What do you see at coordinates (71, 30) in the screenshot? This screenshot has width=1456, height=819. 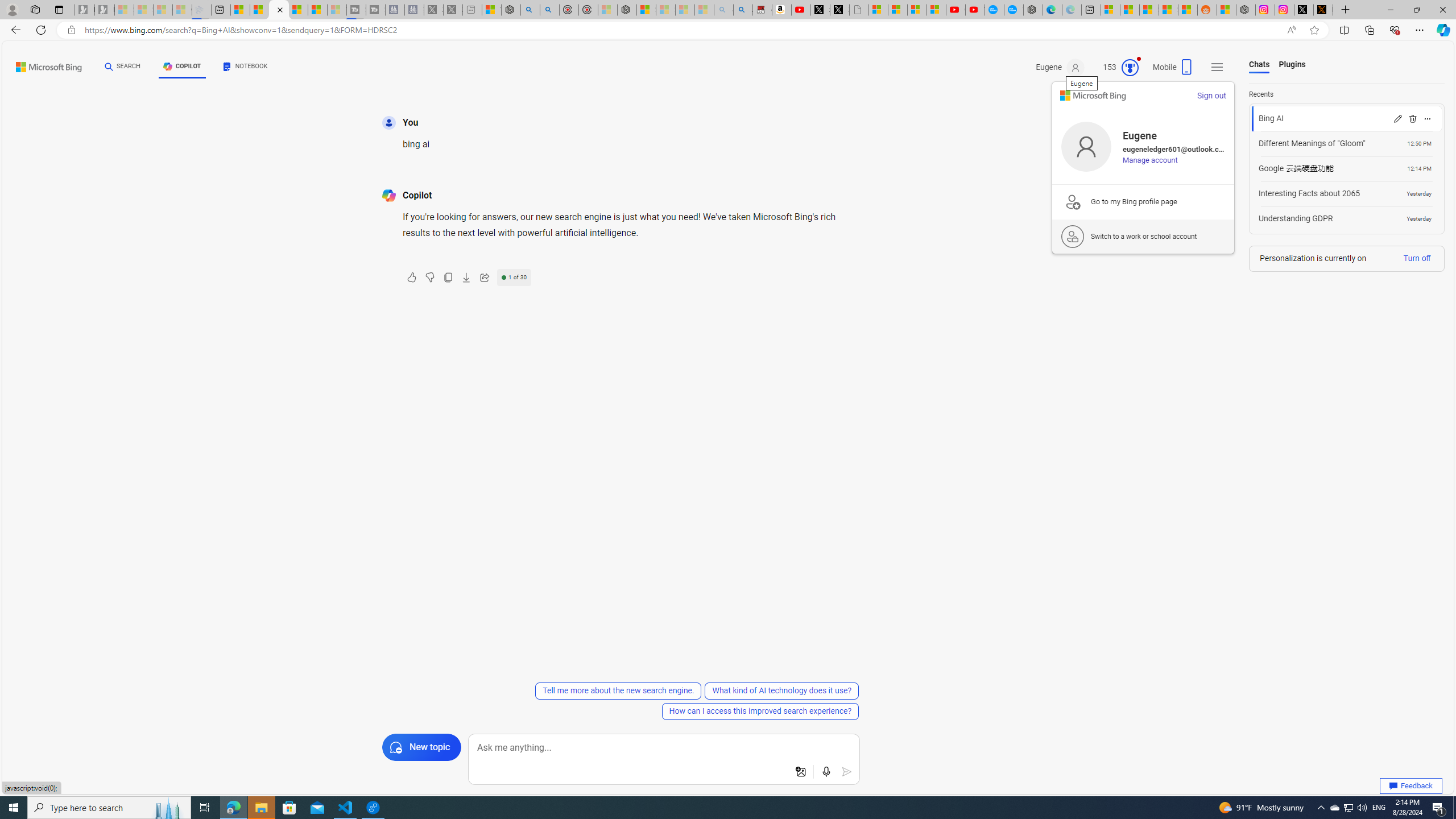 I see `'View site information'` at bounding box center [71, 30].